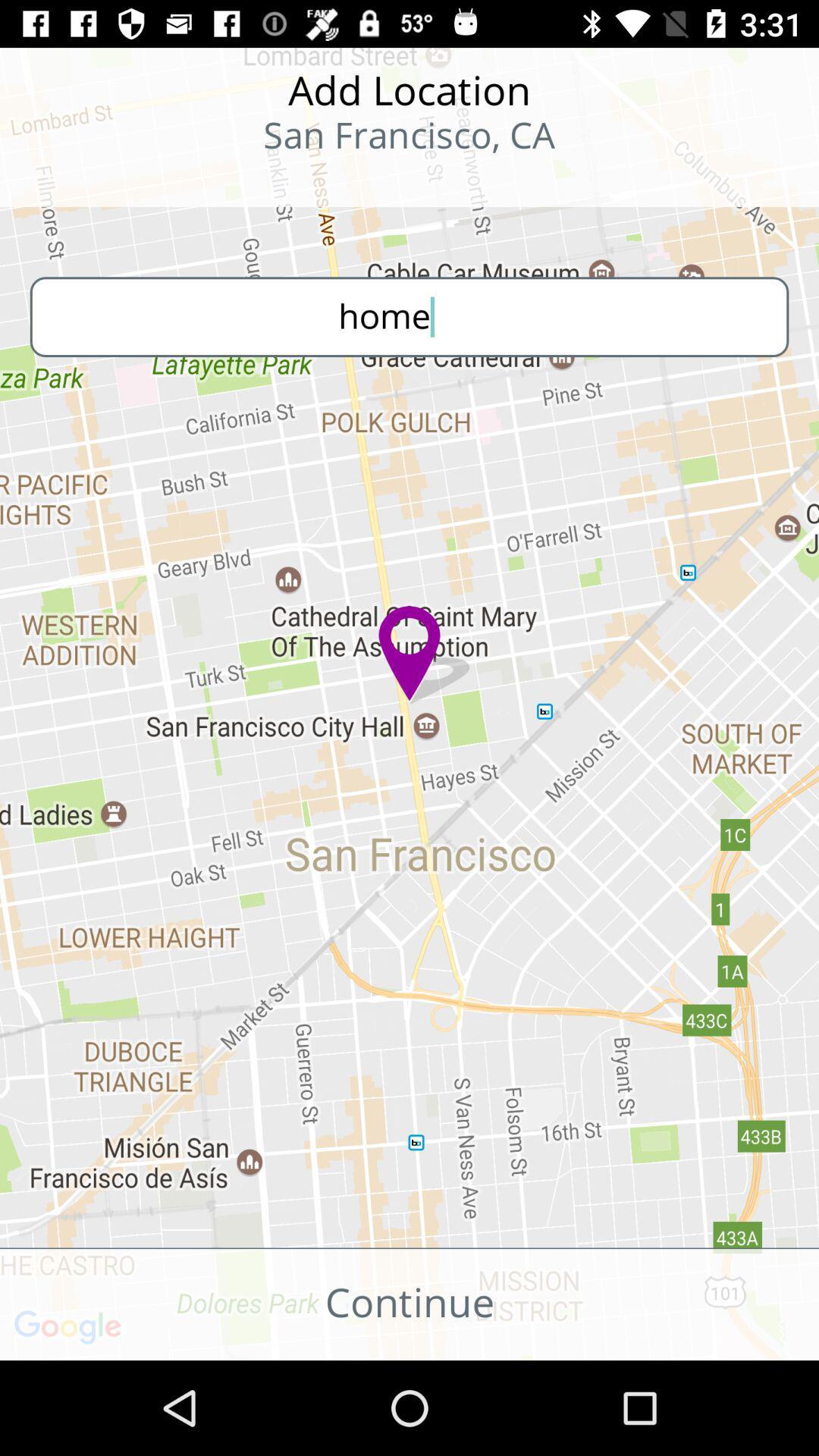  Describe the element at coordinates (99, 182) in the screenshot. I see `map` at that location.